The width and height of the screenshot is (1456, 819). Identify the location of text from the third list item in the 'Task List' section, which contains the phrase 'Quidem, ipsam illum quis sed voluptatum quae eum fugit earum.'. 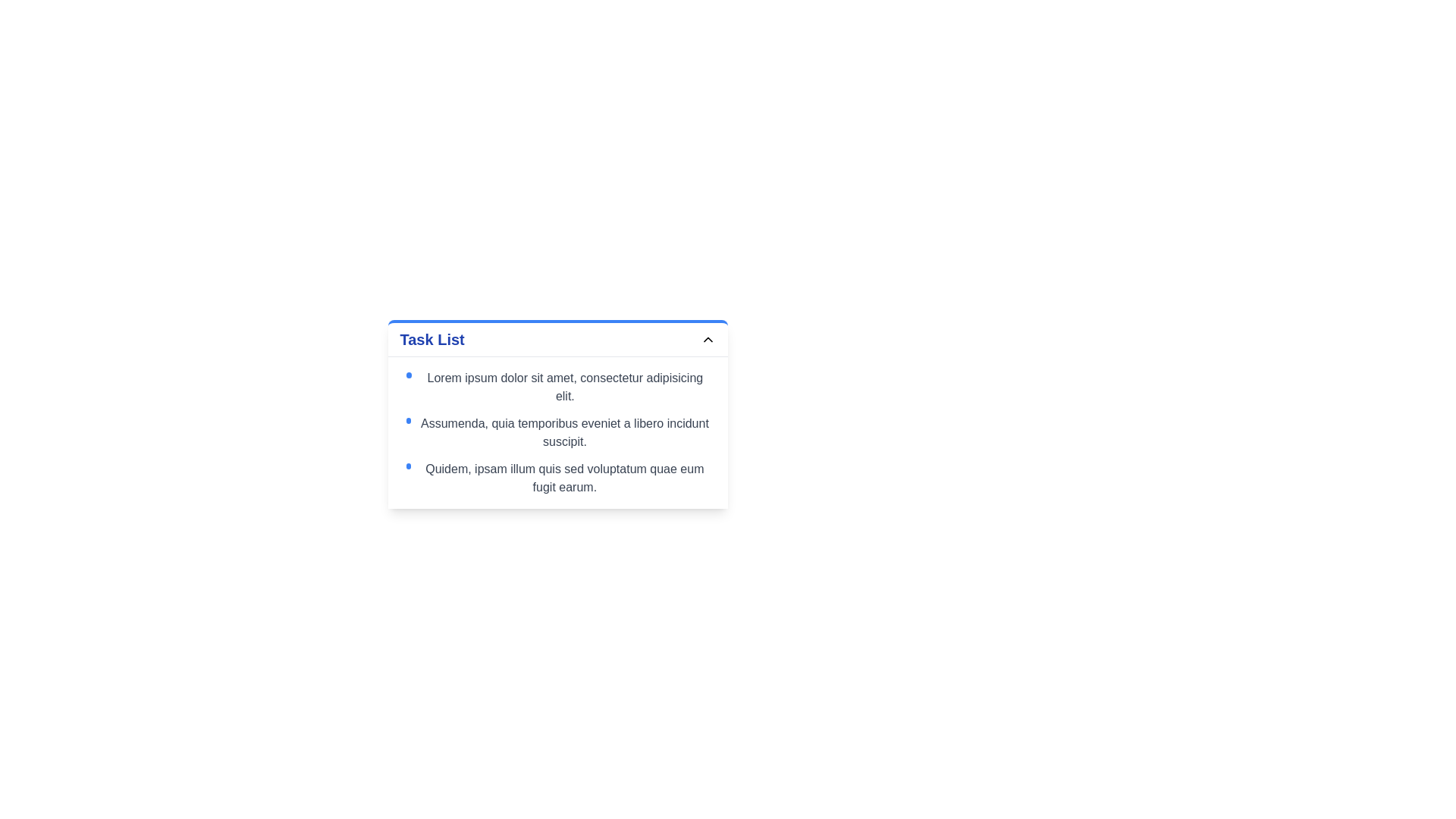
(557, 479).